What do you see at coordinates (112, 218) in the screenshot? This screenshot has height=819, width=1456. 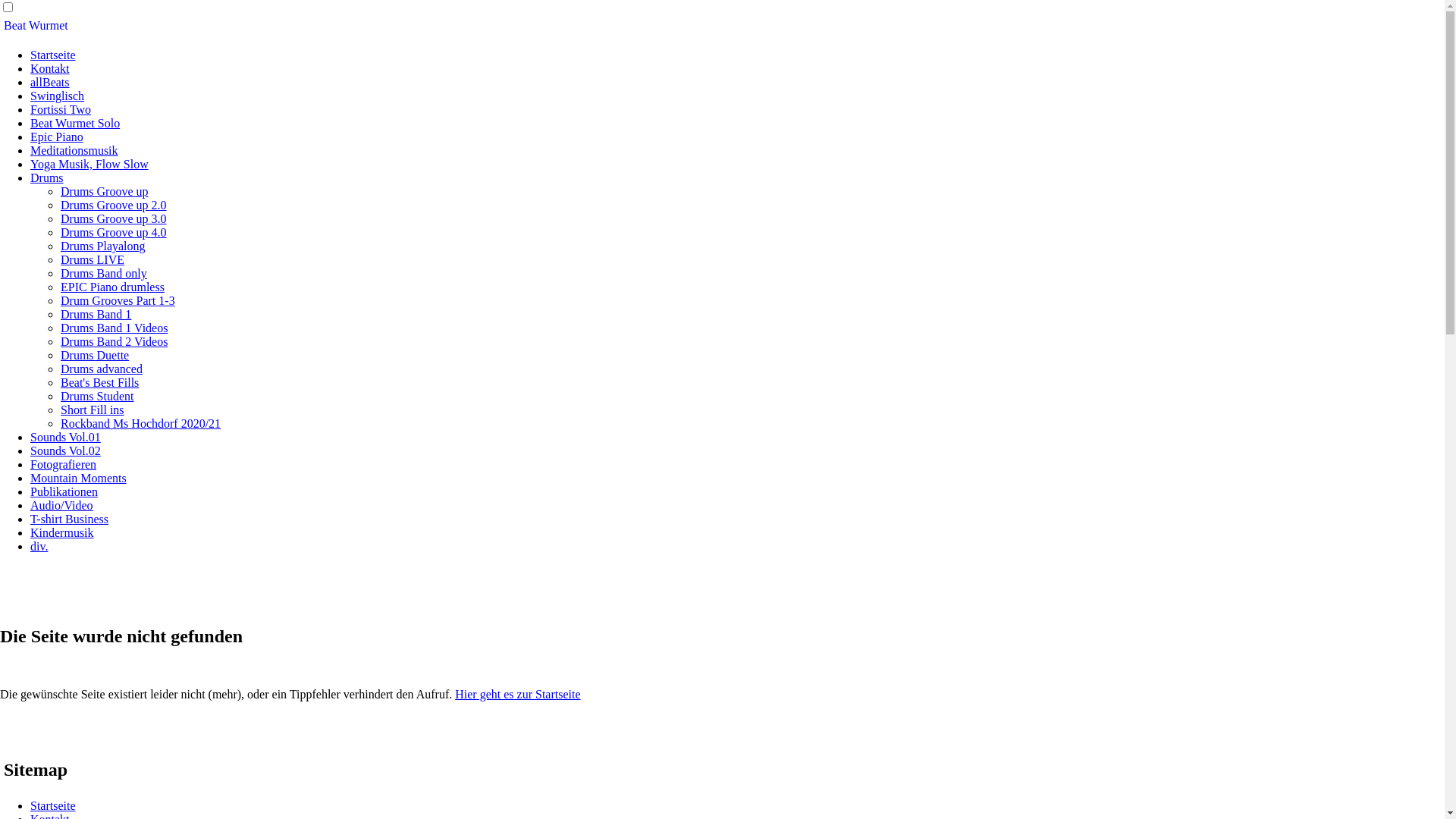 I see `'Drums Groove up 3.0'` at bounding box center [112, 218].